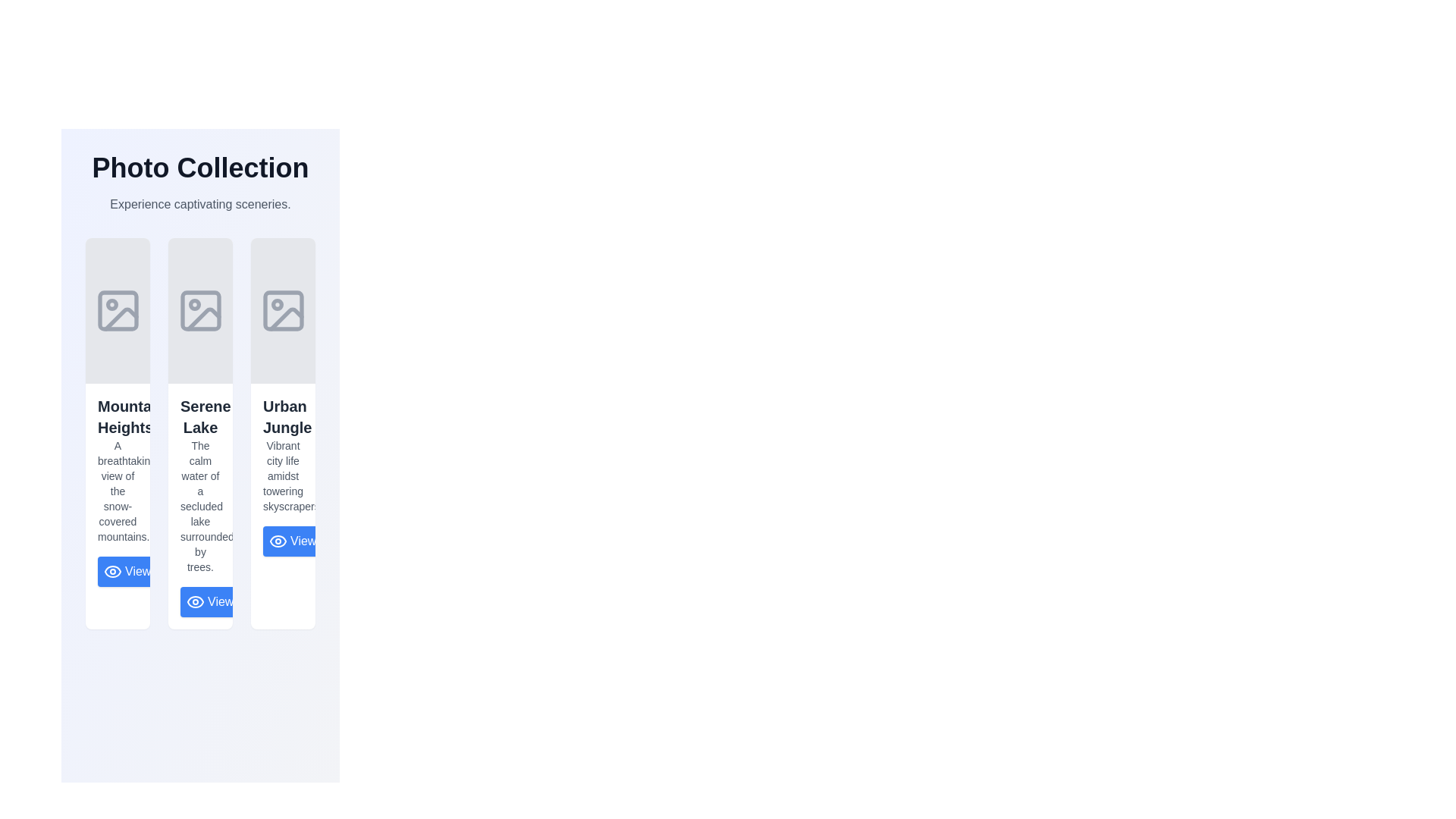 The height and width of the screenshot is (819, 1456). What do you see at coordinates (283, 475) in the screenshot?
I see `the text block element containing the title 'Urban Jungle' and description 'Vibrant city life amidst towering skyscrapers.' which is located in the third card of the horizontally aligned list` at bounding box center [283, 475].